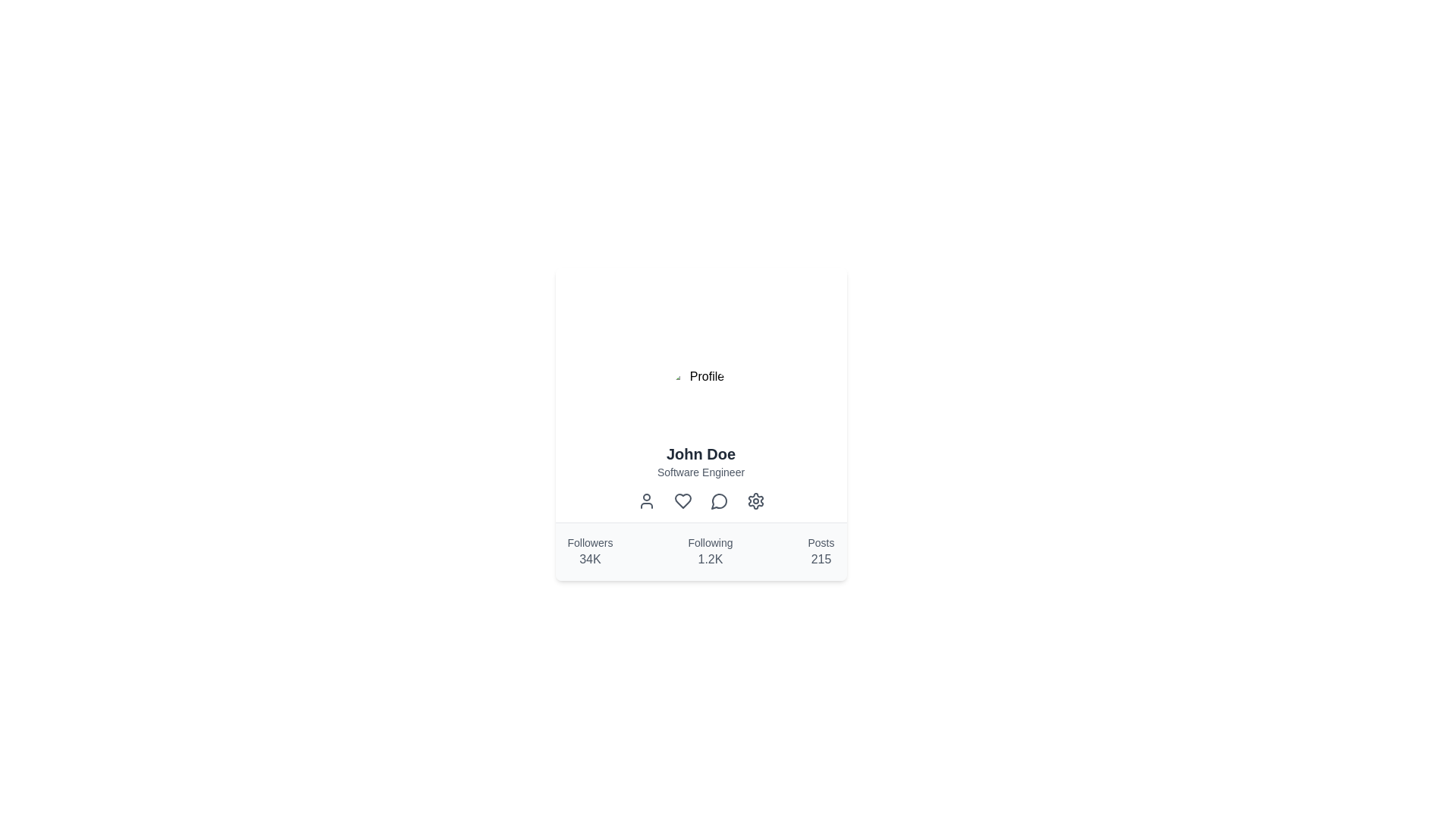  Describe the element at coordinates (709, 552) in the screenshot. I see `the 'Following' text label that displays '1.2K' in a larger, bold font, located in the middle section of a row with 'Followers' on the left and 'Posts' on the right` at that location.